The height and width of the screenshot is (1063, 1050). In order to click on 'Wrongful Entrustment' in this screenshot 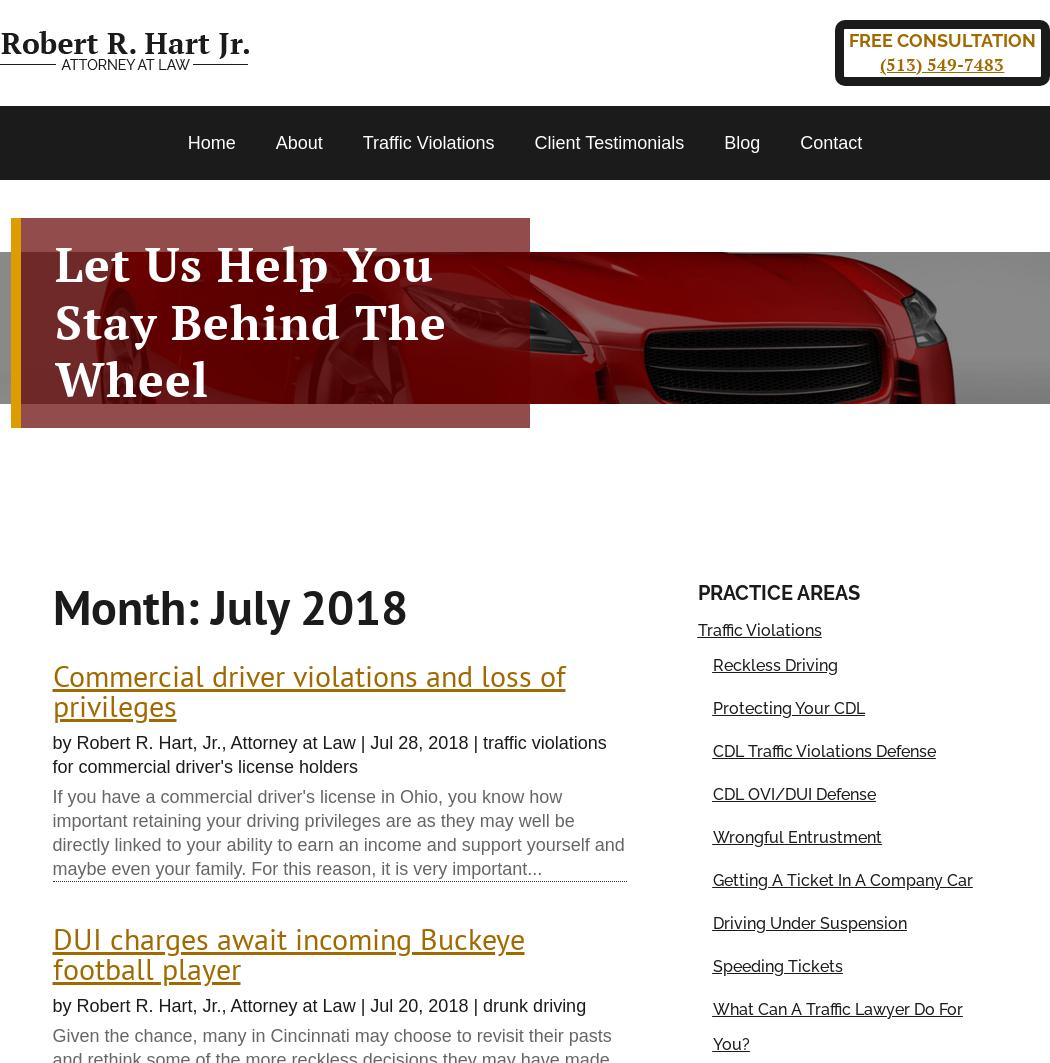, I will do `click(712, 835)`.